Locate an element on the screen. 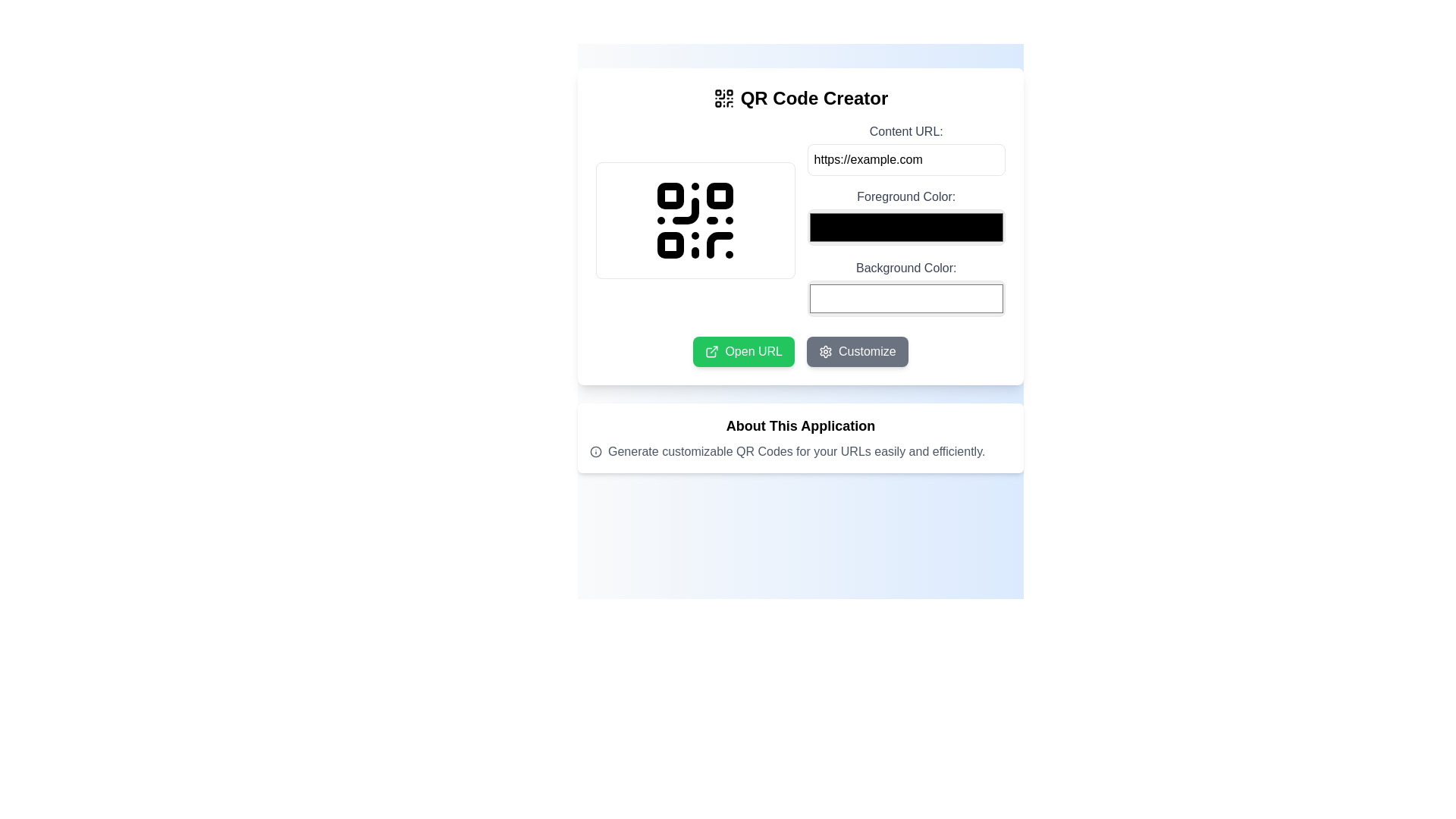 This screenshot has width=1456, height=819. the gray cog-shaped icon located at the top center section of the application's interface is located at coordinates (825, 351).